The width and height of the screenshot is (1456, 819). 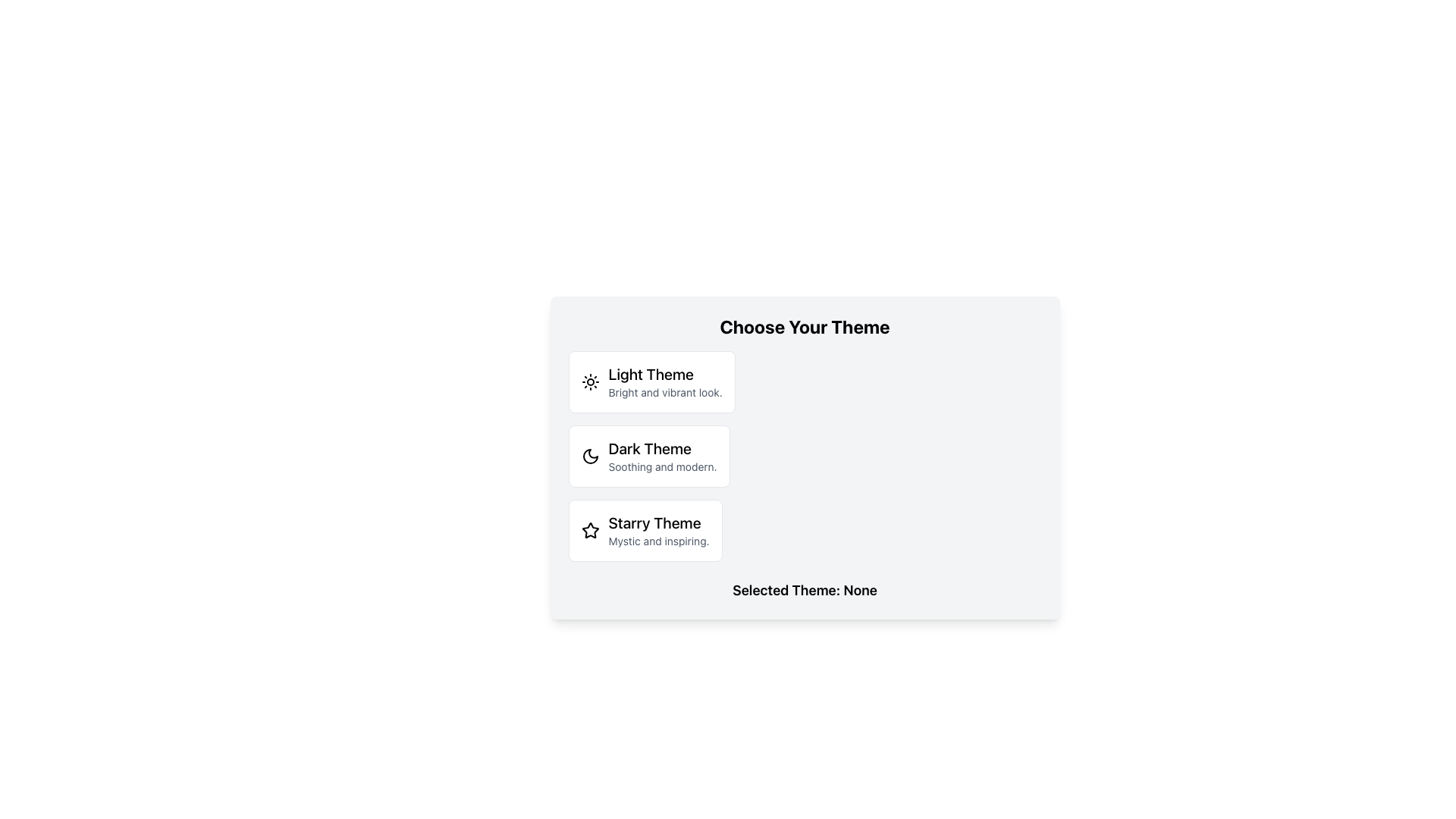 What do you see at coordinates (663, 466) in the screenshot?
I see `the text label displaying 'Soothing and modern.' which provides descriptive information about the 'Dark Theme' option` at bounding box center [663, 466].